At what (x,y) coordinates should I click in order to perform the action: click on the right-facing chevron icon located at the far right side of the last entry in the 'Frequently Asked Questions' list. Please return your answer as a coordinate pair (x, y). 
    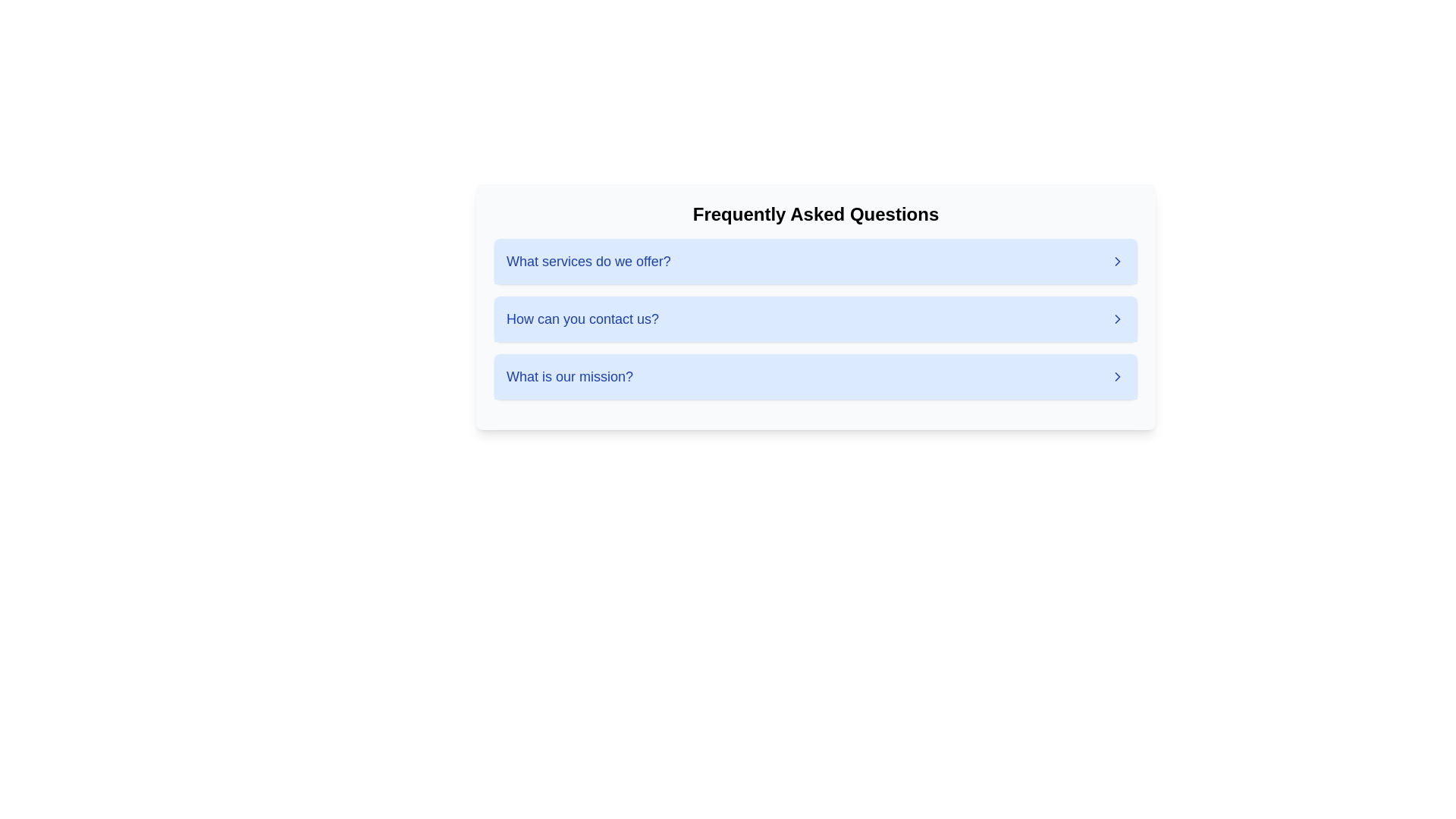
    Looking at the image, I should click on (1117, 376).